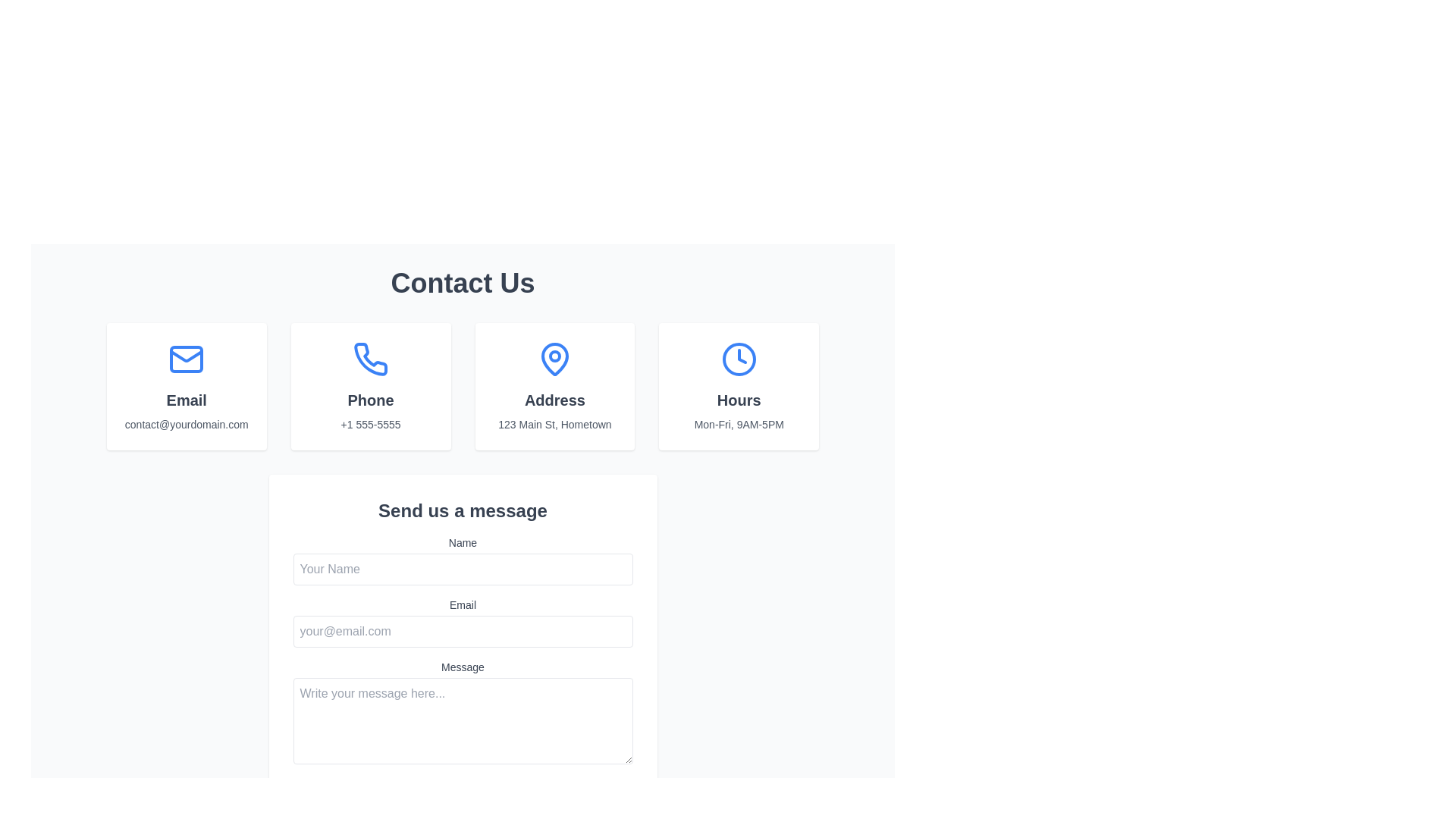 This screenshot has width=1456, height=819. Describe the element at coordinates (739, 359) in the screenshot. I see `the clock icon with a blue outline in the 'Hours' section, which is the fourth item following 'Email', 'Phone', and 'Address'` at that location.